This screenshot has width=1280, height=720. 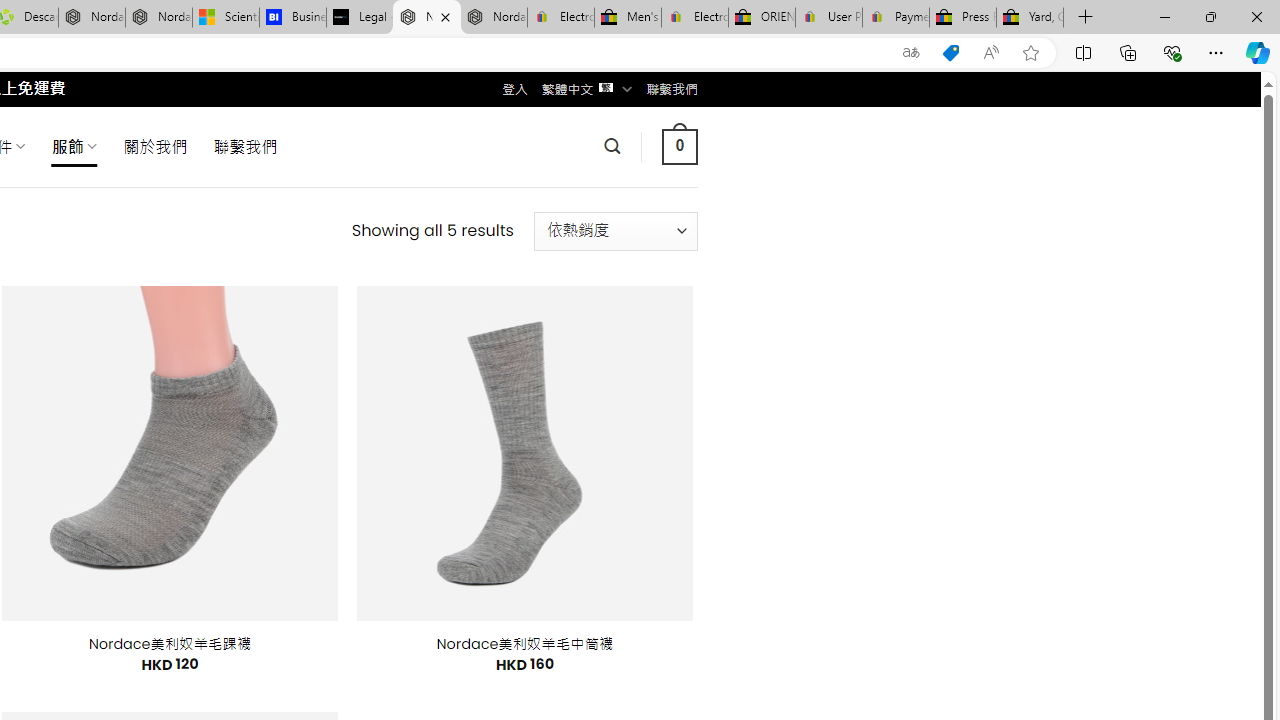 What do you see at coordinates (963, 17) in the screenshot?
I see `'Press Room - eBay Inc.'` at bounding box center [963, 17].